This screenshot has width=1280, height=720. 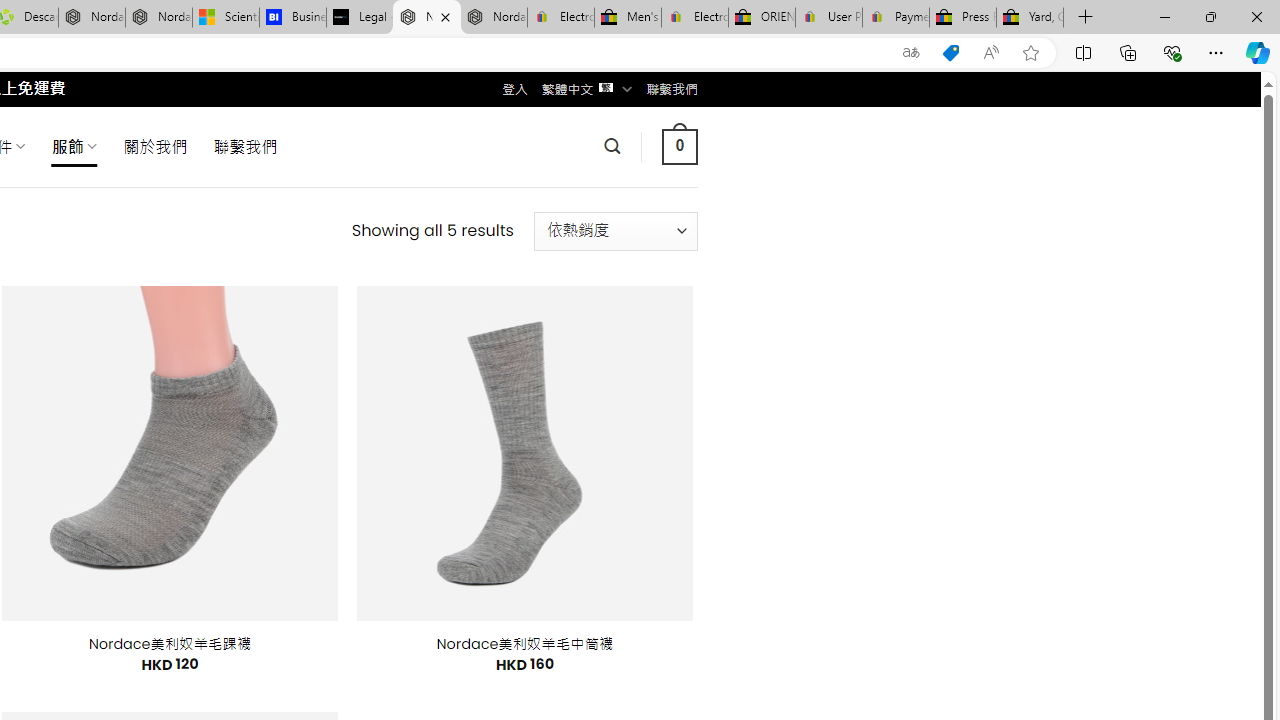 What do you see at coordinates (963, 17) in the screenshot?
I see `'Press Room - eBay Inc.'` at bounding box center [963, 17].